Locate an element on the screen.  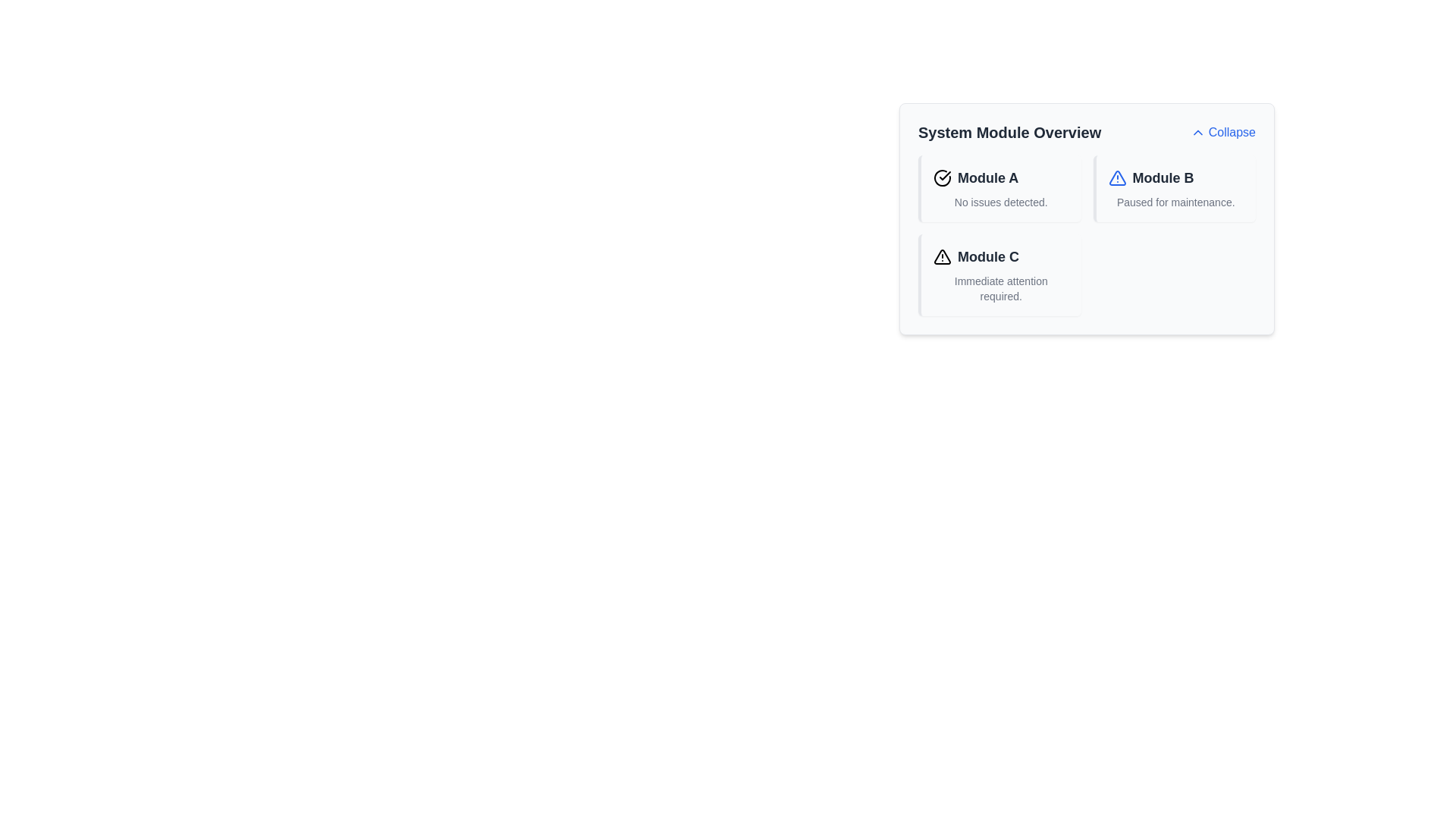
text content of the display showing 'Paused for maintenance.' located beneath the 'Module B' heading in a small-sized gray font is located at coordinates (1175, 201).